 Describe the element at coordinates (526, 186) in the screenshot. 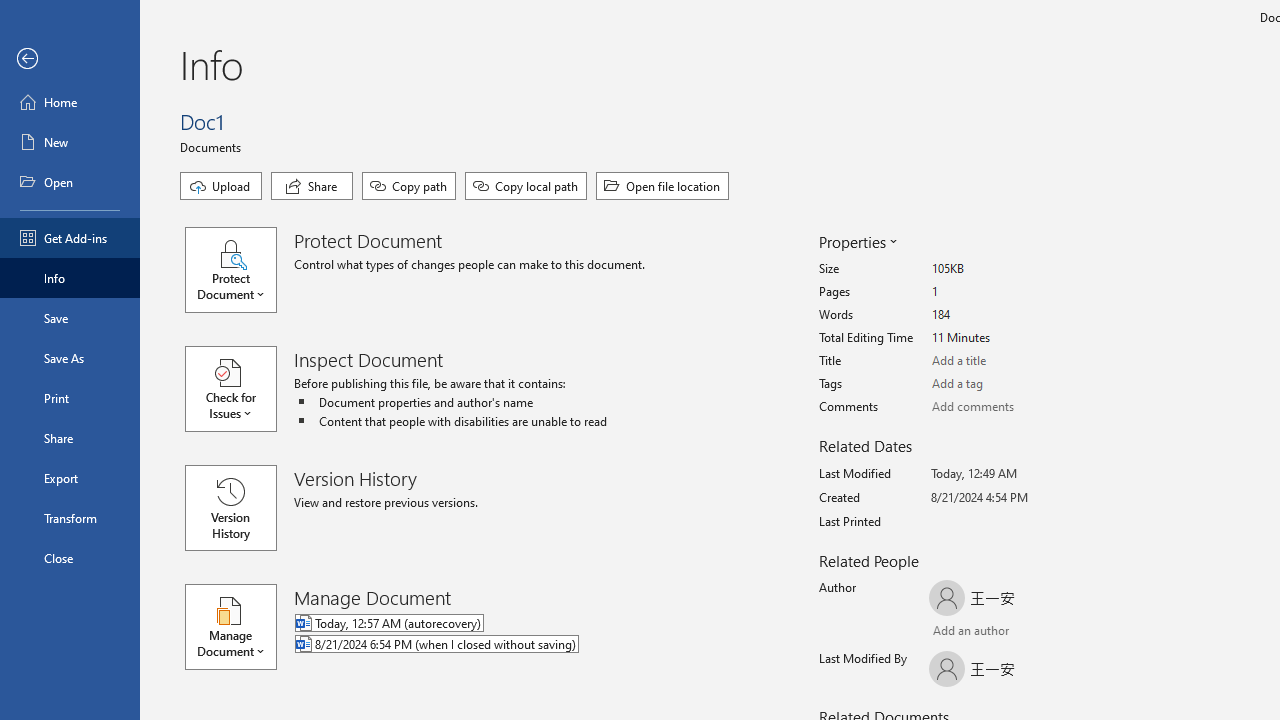

I see `'Copy local path'` at that location.